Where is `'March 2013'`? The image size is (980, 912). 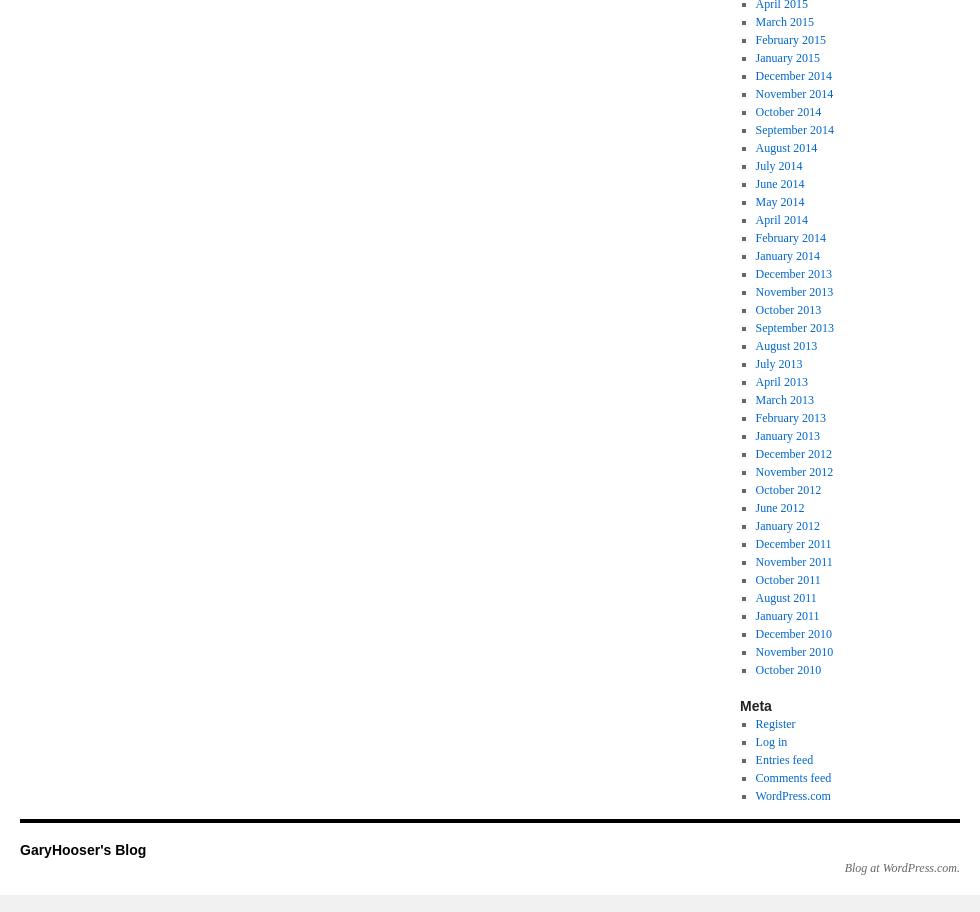
'March 2013' is located at coordinates (784, 399).